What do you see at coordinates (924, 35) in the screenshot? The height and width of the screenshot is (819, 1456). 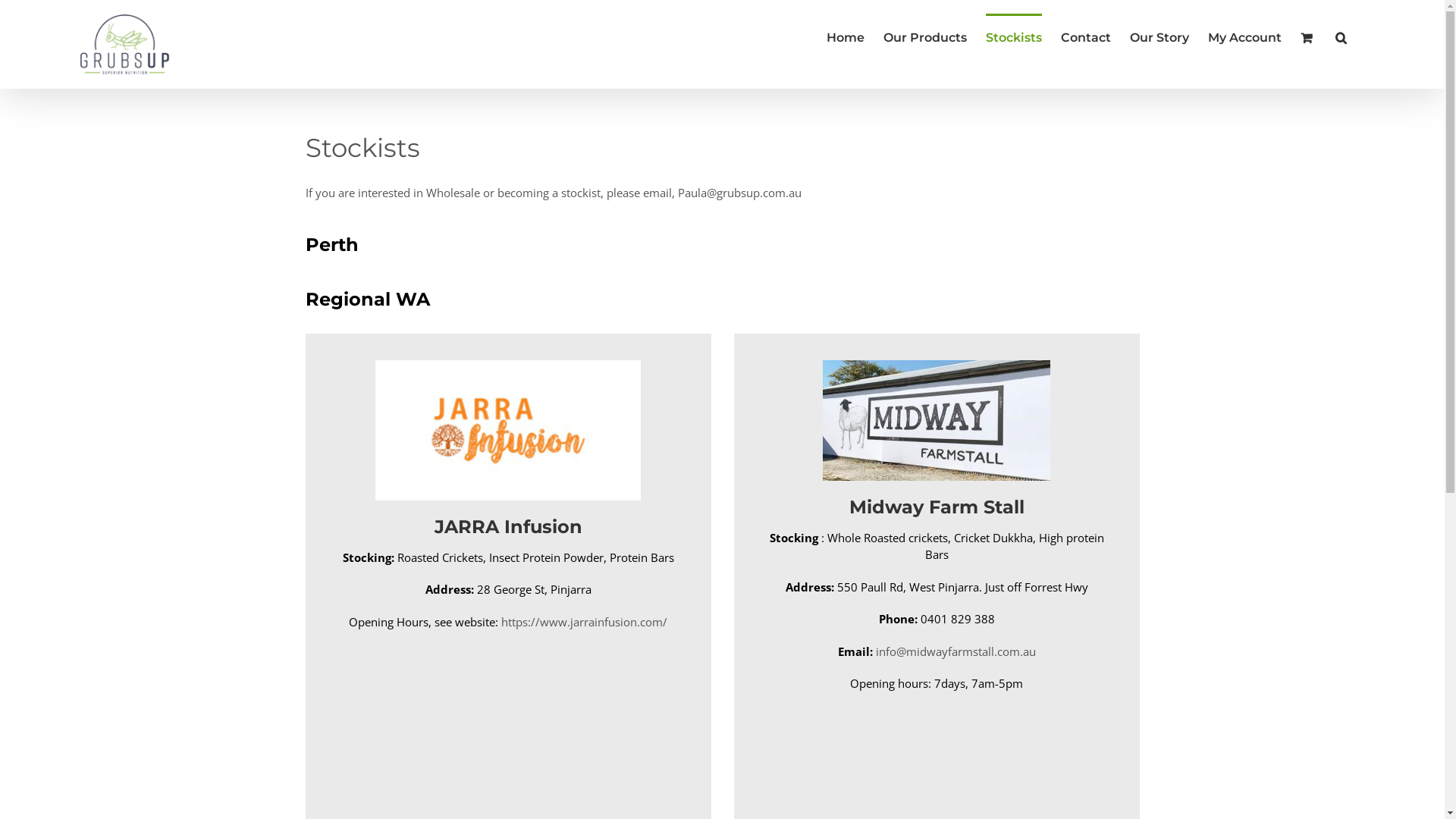 I see `'Our Products'` at bounding box center [924, 35].